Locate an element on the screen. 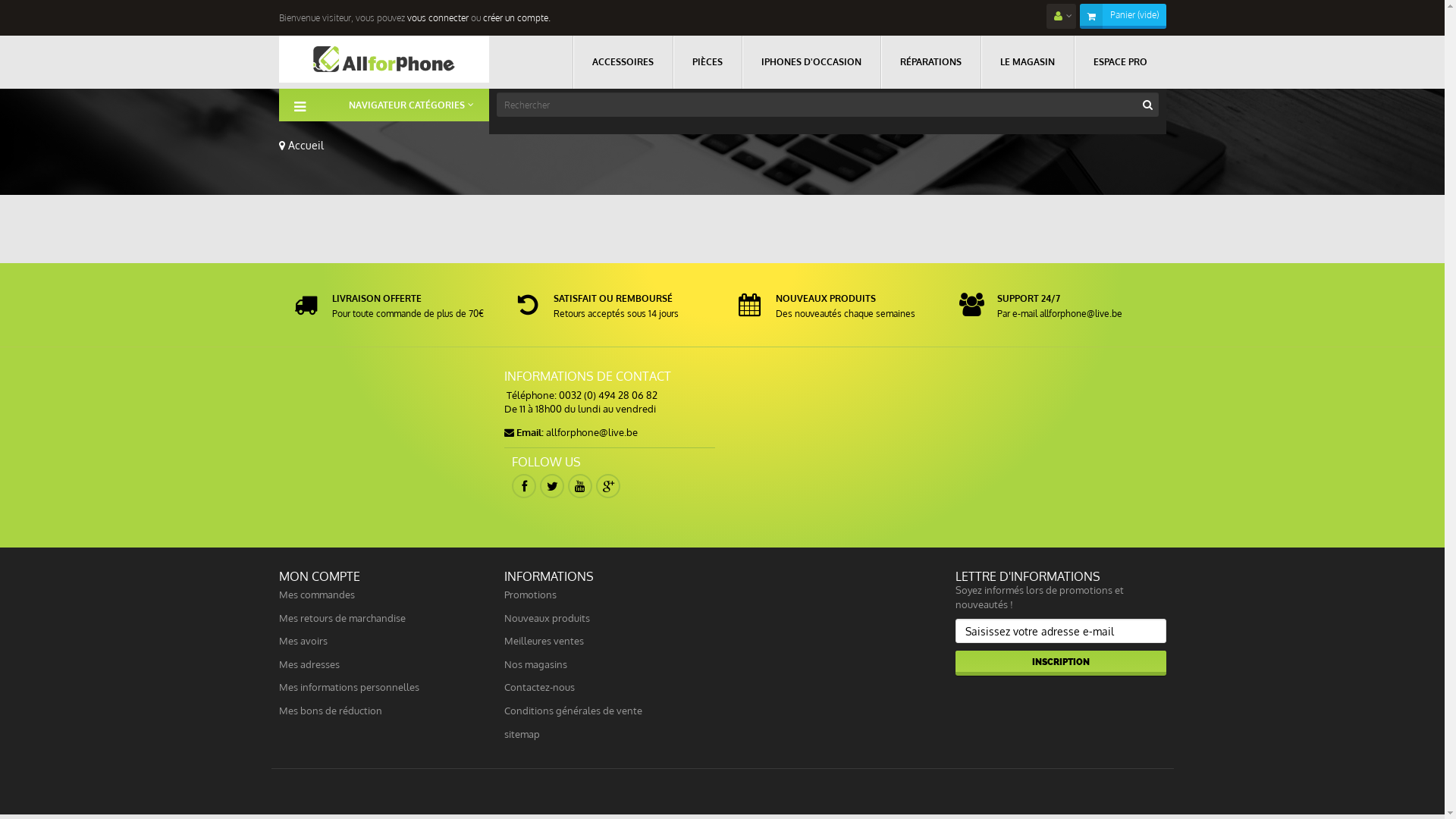  'IPHONES D'OCCASION' is located at coordinates (810, 61).